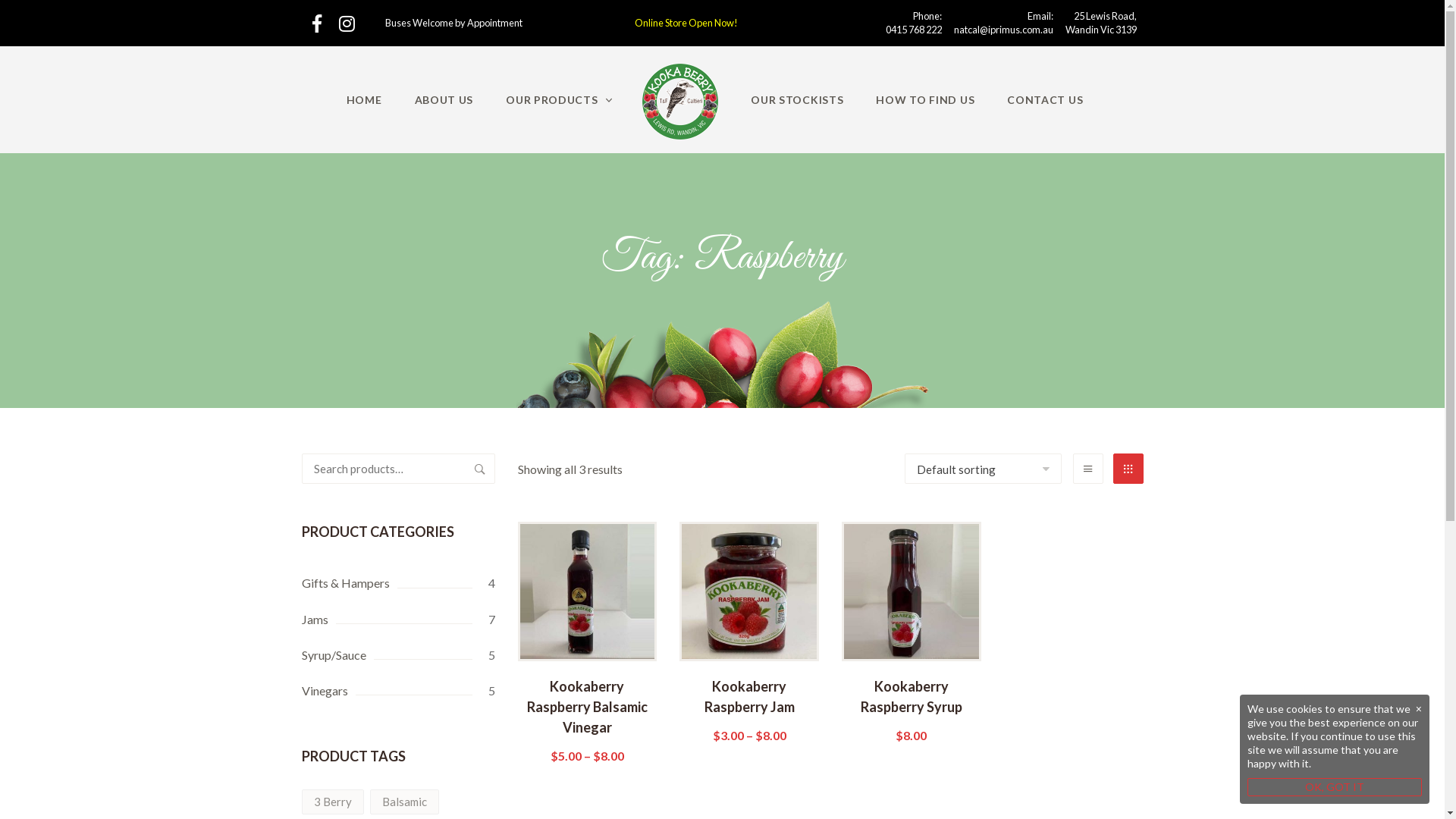 This screenshot has width=1456, height=819. Describe the element at coordinates (312, 23) in the screenshot. I see `'Facebook'` at that location.